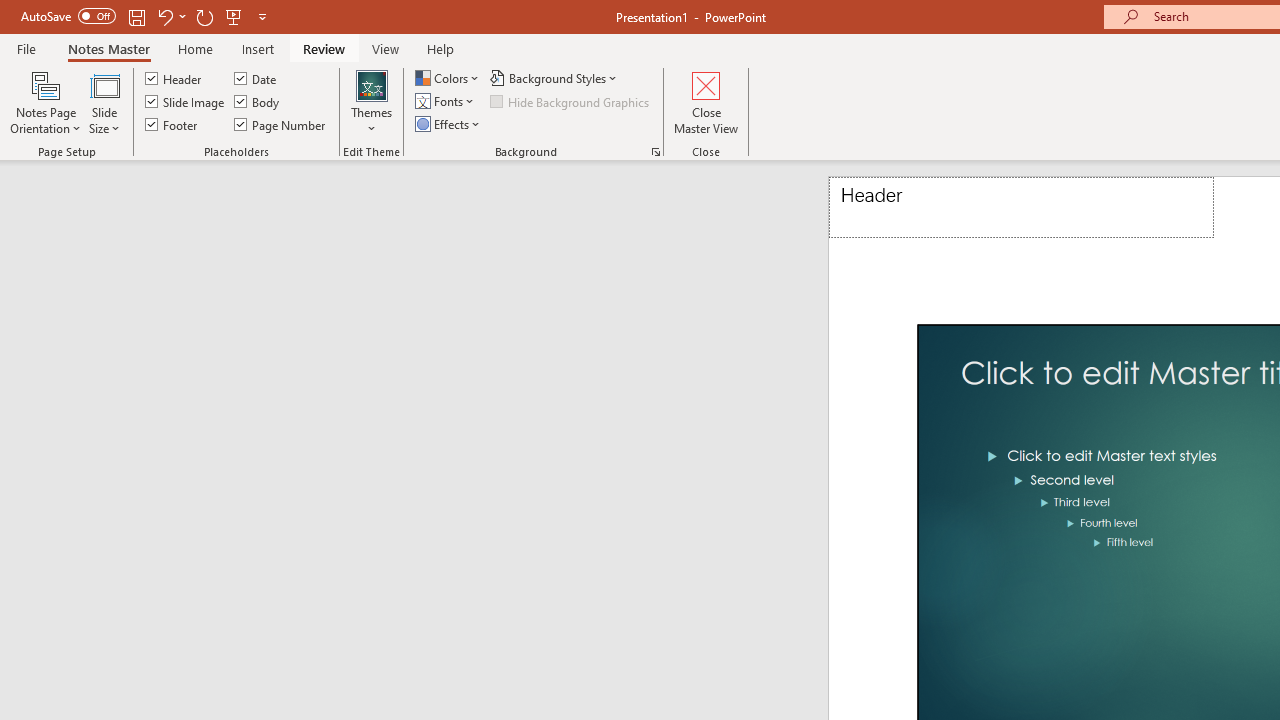 This screenshot has height=720, width=1280. I want to click on 'Body', so click(256, 101).